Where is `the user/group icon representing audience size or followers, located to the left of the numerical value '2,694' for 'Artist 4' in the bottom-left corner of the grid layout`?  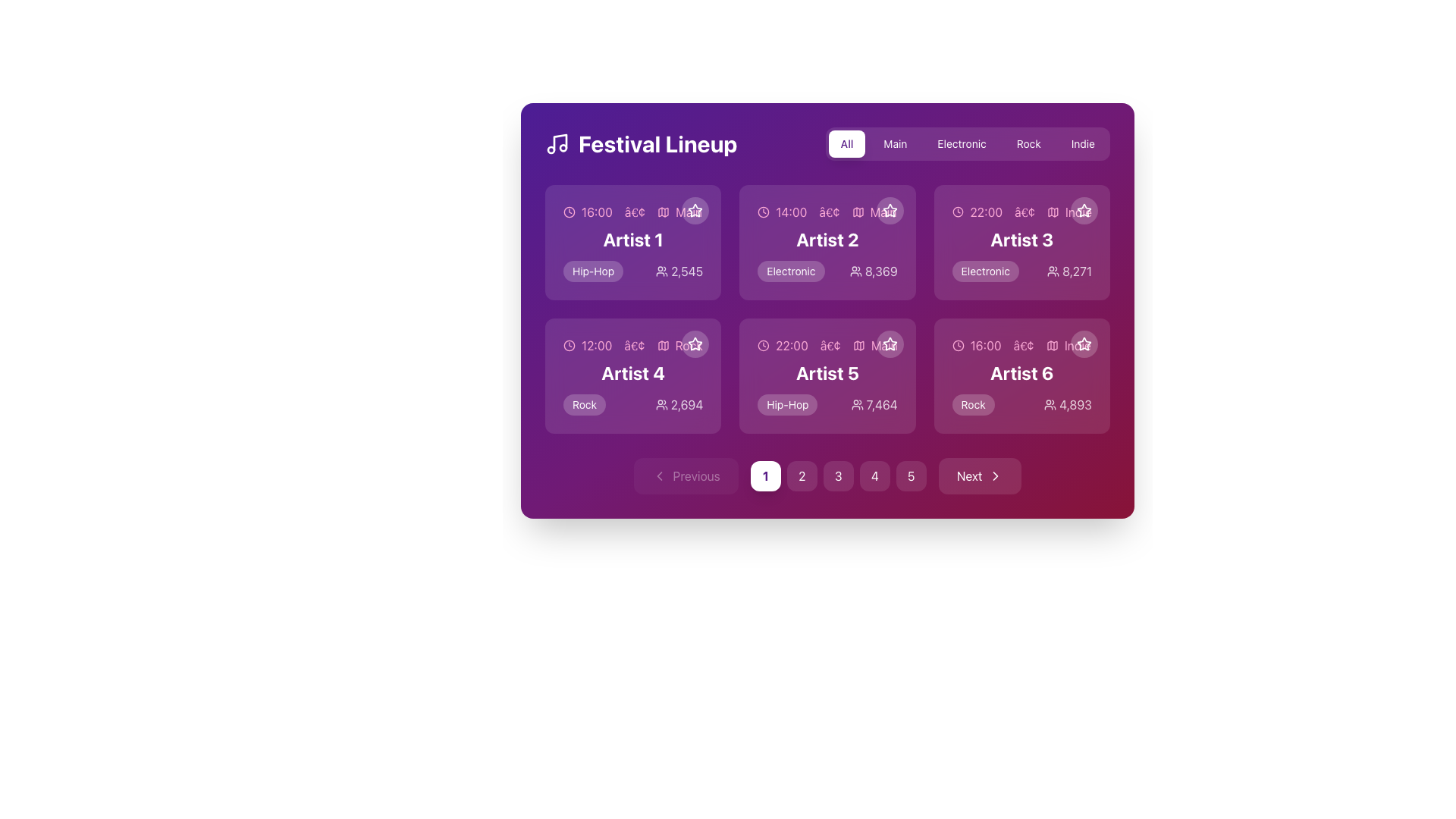 the user/group icon representing audience size or followers, located to the left of the numerical value '2,694' for 'Artist 4' in the bottom-left corner of the grid layout is located at coordinates (661, 403).